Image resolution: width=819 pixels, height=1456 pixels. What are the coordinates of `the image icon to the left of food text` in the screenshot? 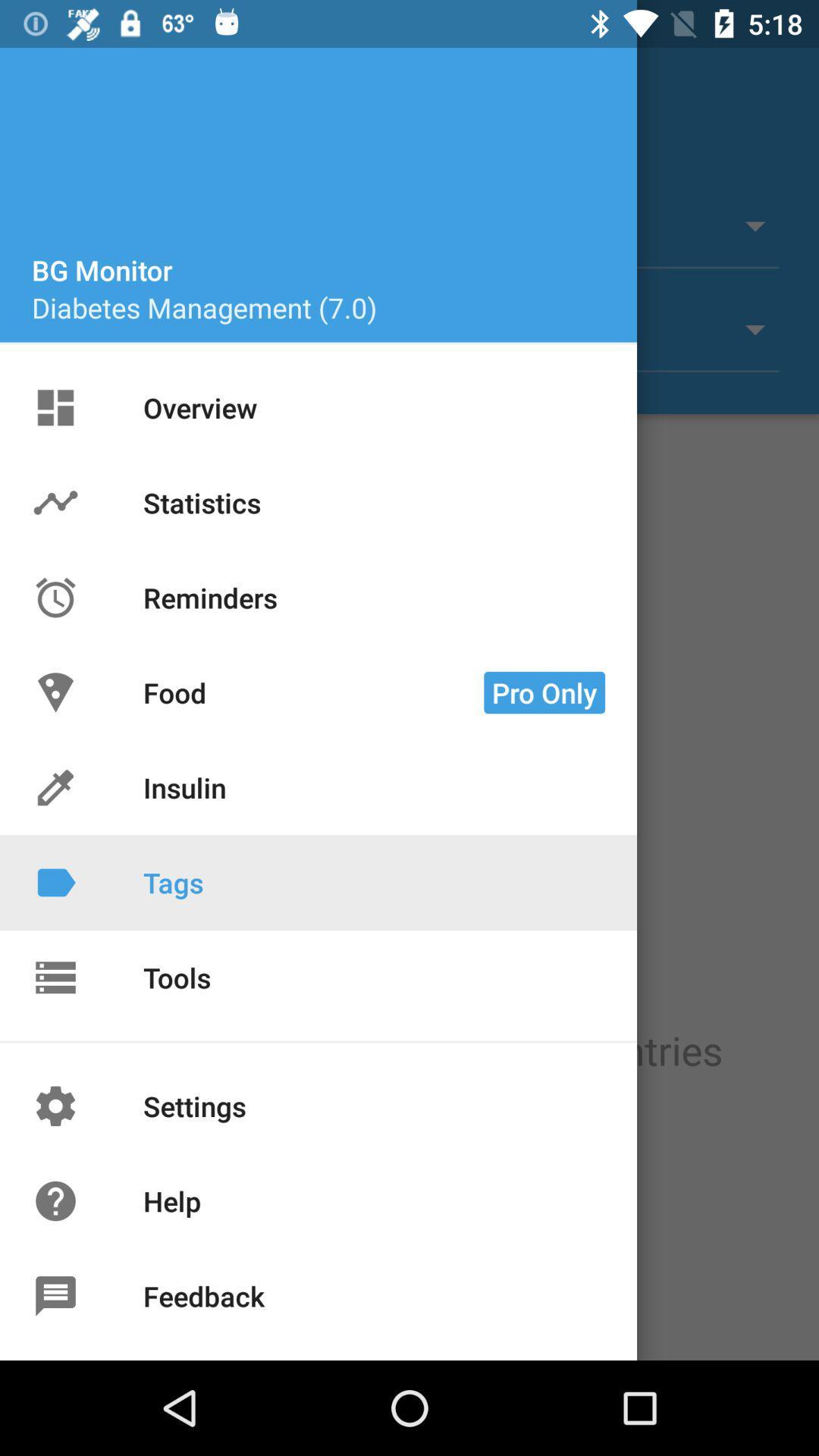 It's located at (55, 692).